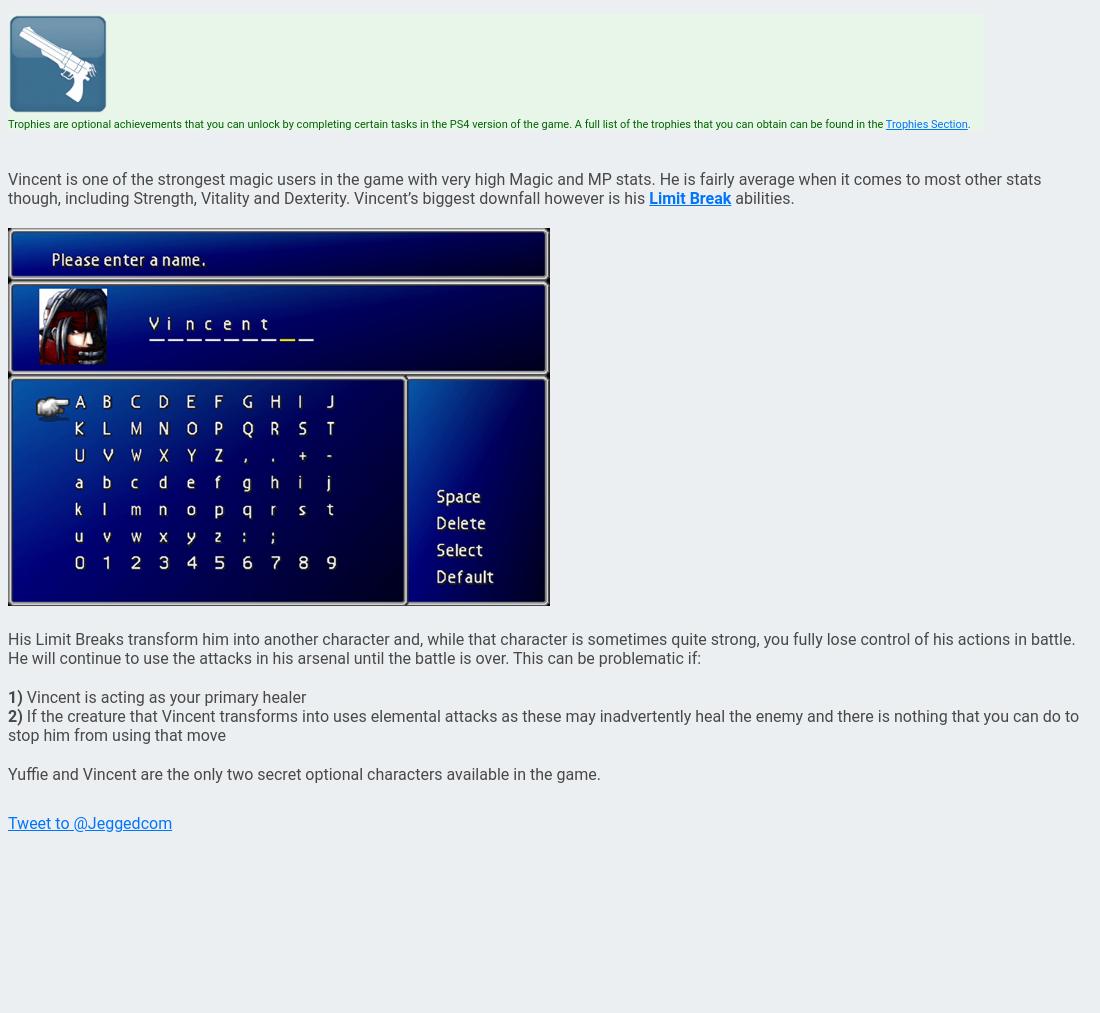 This screenshot has height=1013, width=1100. What do you see at coordinates (303, 774) in the screenshot?
I see `'Yuffie and Vincent are the only two secret optional characters available in the game.'` at bounding box center [303, 774].